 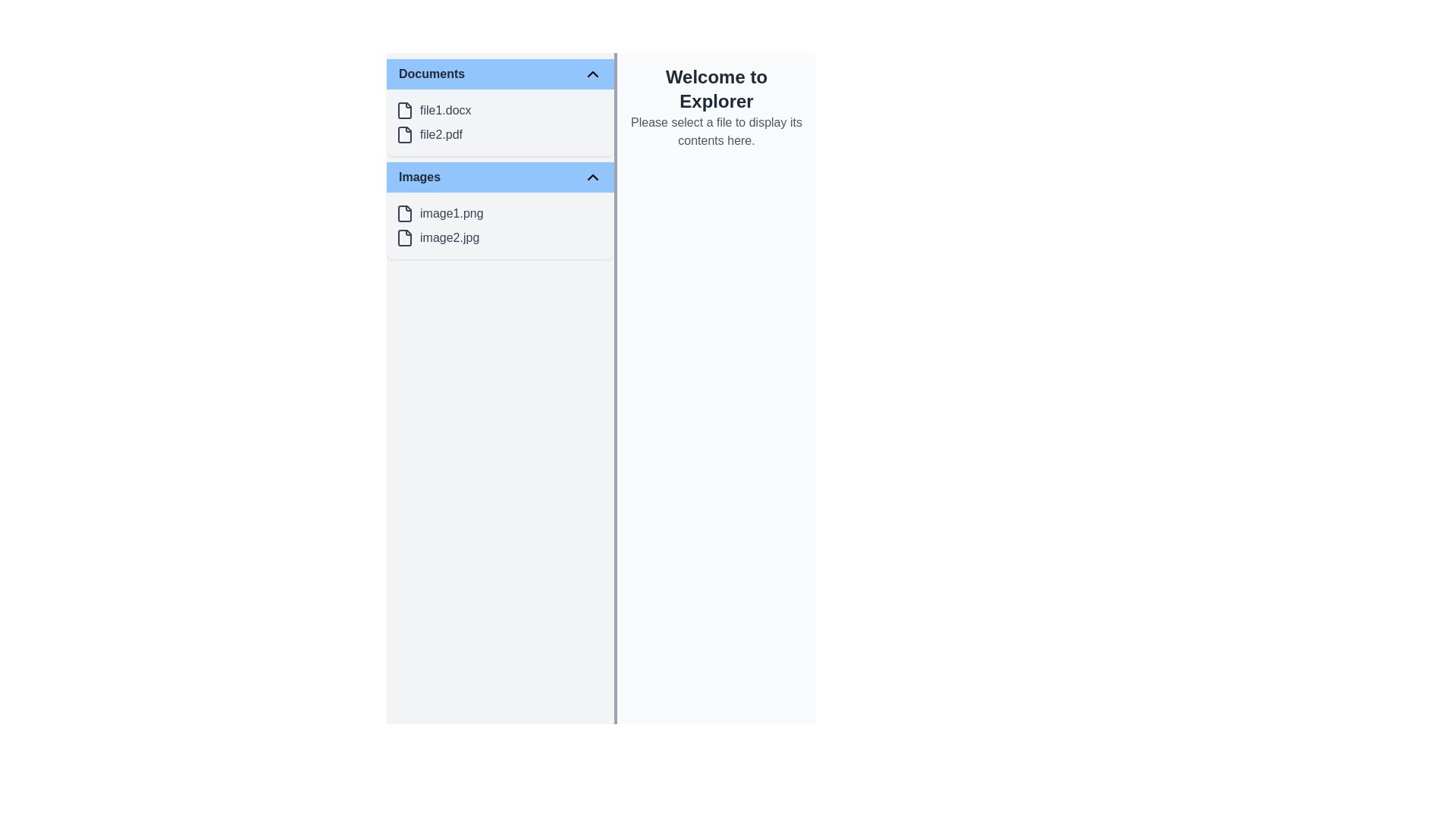 What do you see at coordinates (404, 237) in the screenshot?
I see `the SVG graphics icon representing the file 'image2.jpg' in the 'Images' section of the left navigation panel` at bounding box center [404, 237].